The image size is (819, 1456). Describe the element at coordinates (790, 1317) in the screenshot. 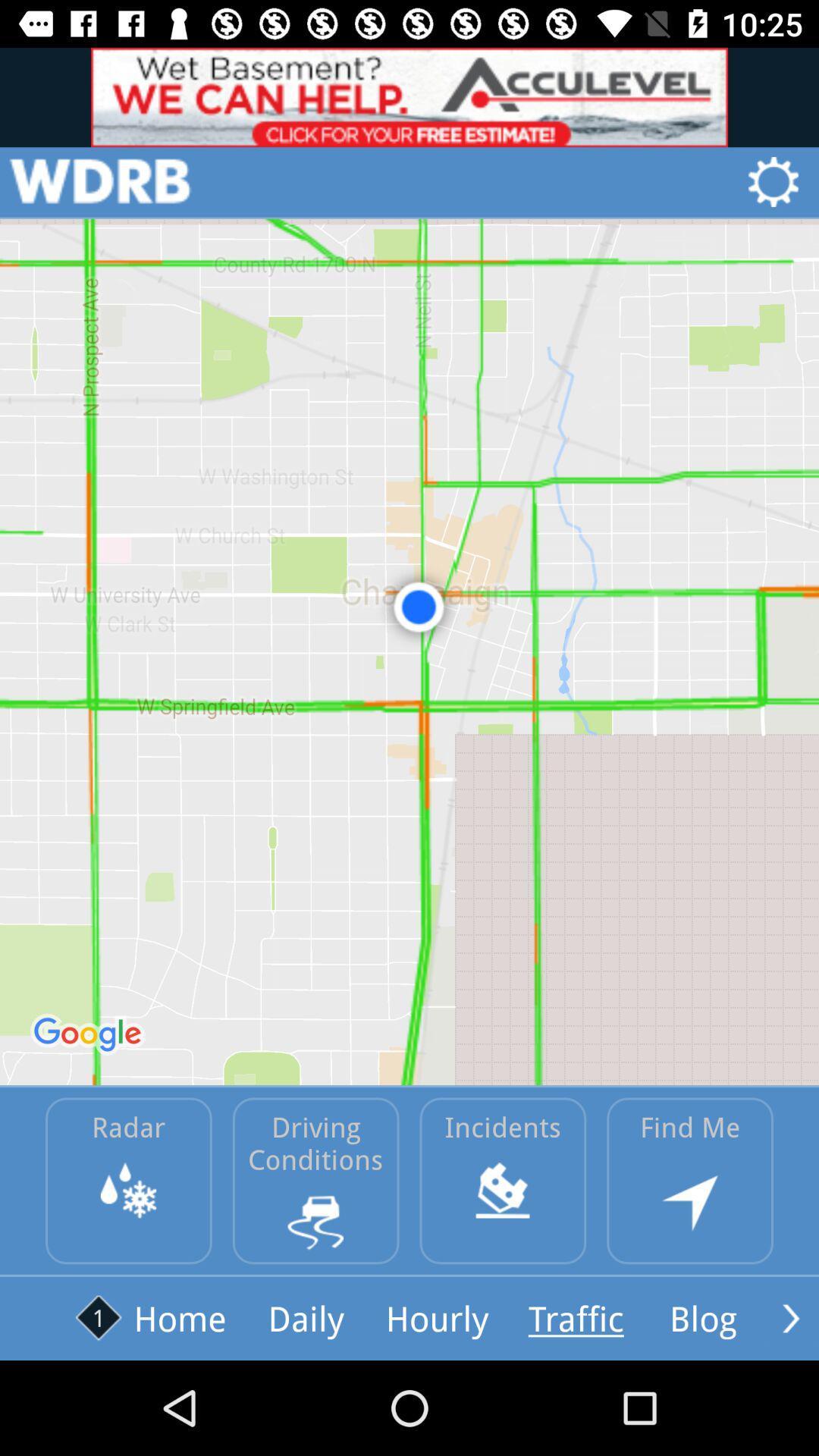

I see `the arrow_forward icon` at that location.